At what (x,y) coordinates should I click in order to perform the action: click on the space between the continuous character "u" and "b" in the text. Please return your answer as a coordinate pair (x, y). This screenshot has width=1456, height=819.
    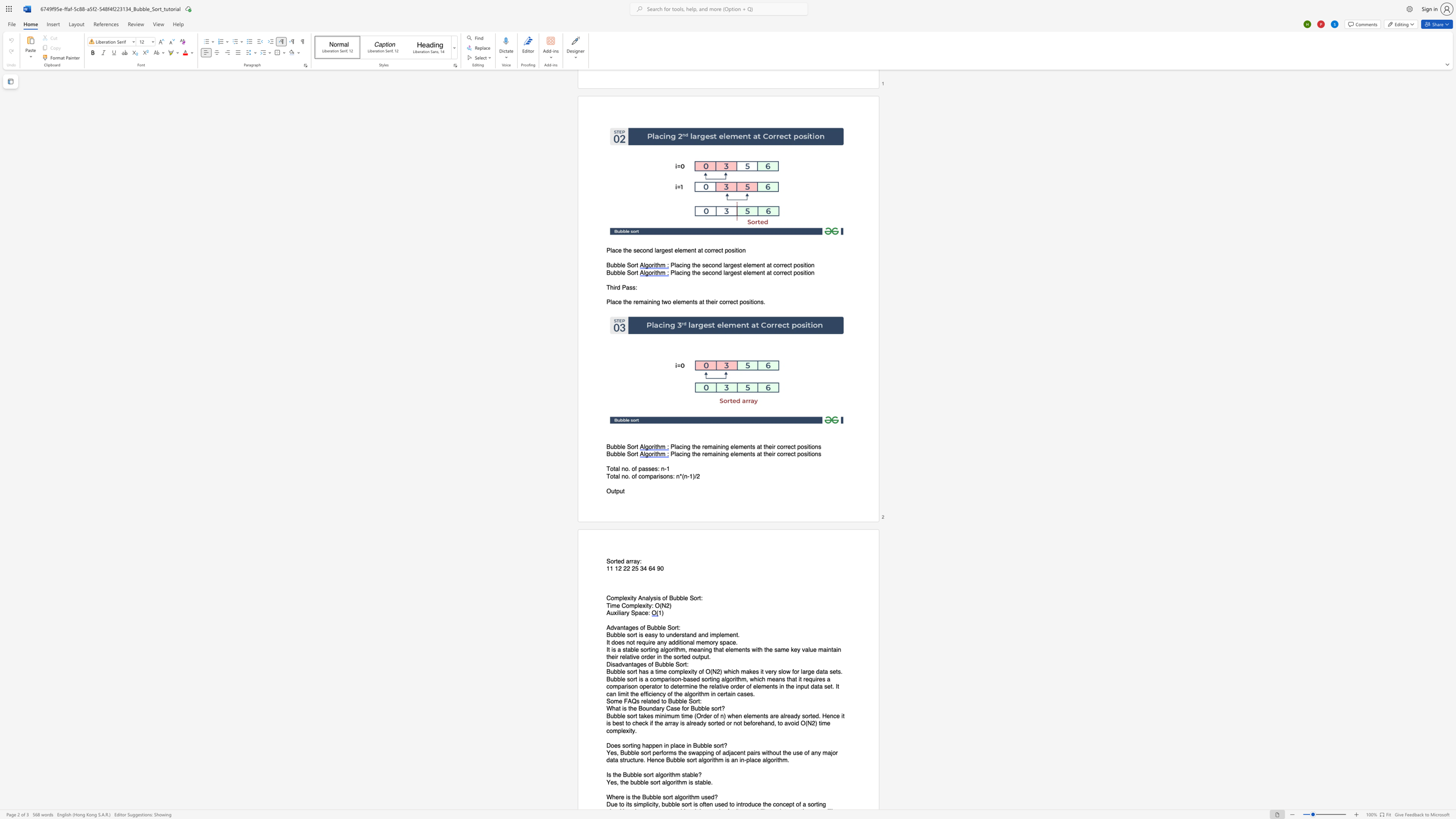
    Looking at the image, I should click on (649, 796).